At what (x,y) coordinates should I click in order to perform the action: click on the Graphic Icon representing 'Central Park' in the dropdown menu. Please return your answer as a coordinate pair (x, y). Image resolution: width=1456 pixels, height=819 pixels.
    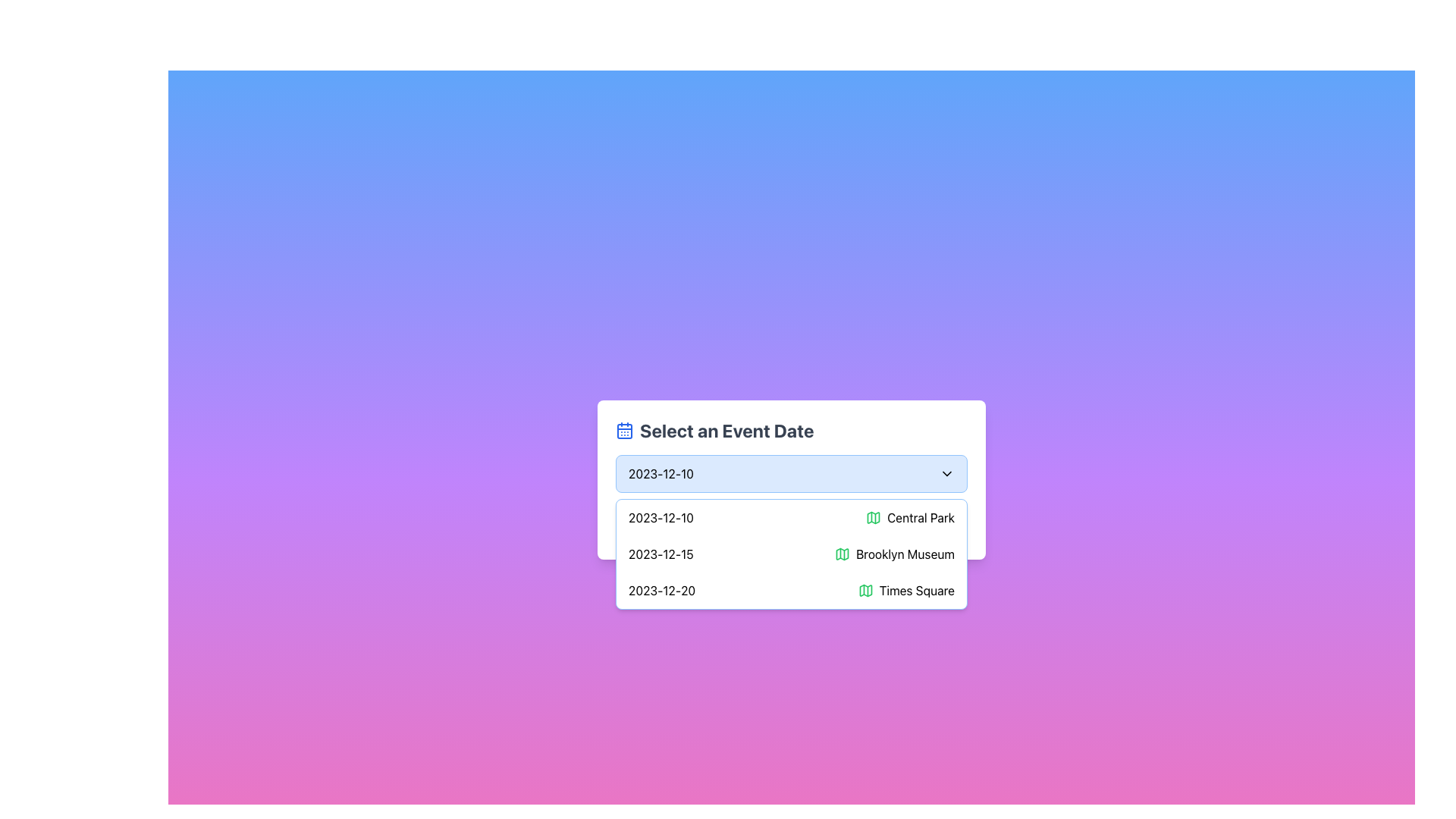
    Looking at the image, I should click on (865, 590).